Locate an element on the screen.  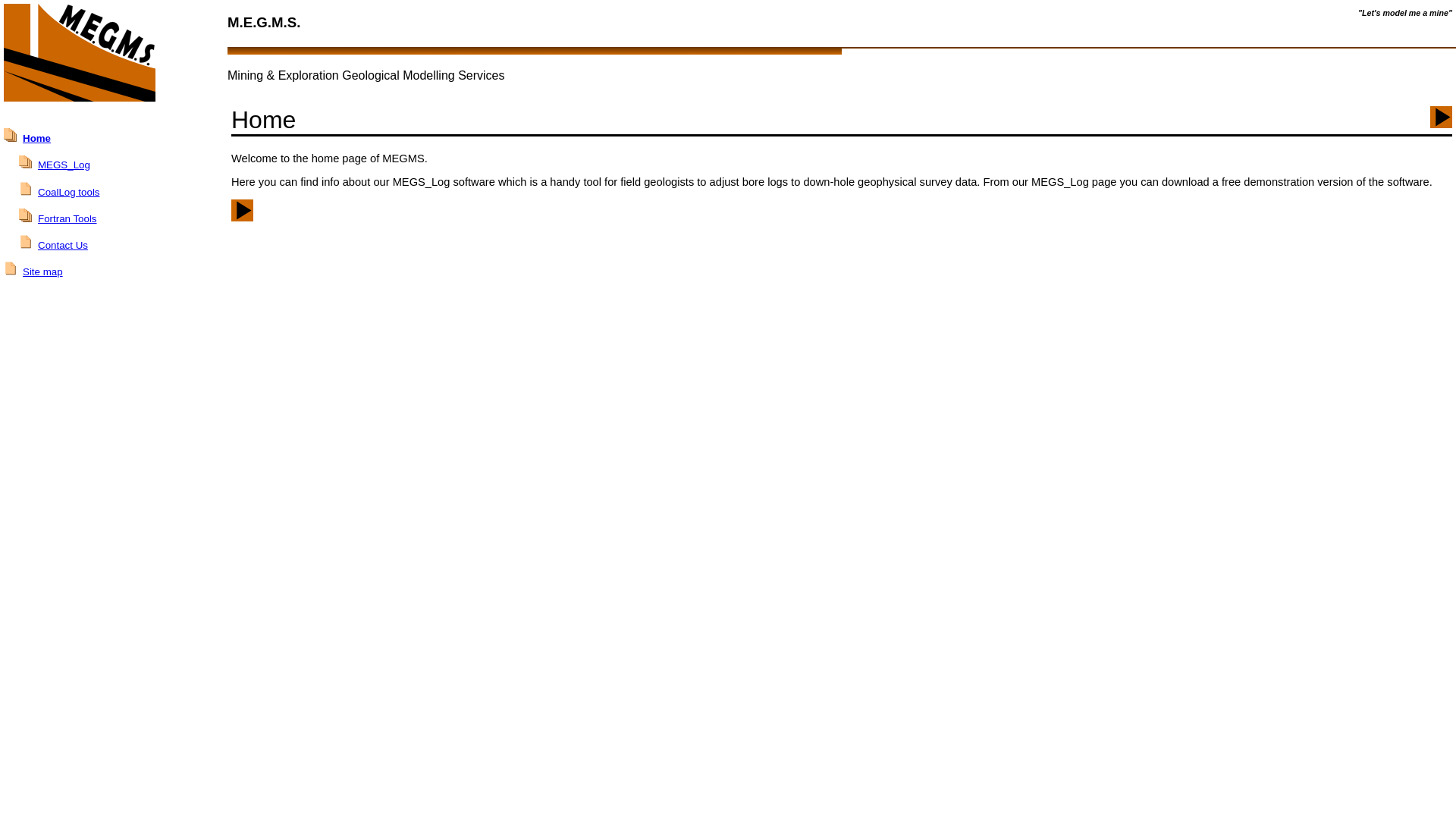
'Contact Us' is located at coordinates (61, 244).